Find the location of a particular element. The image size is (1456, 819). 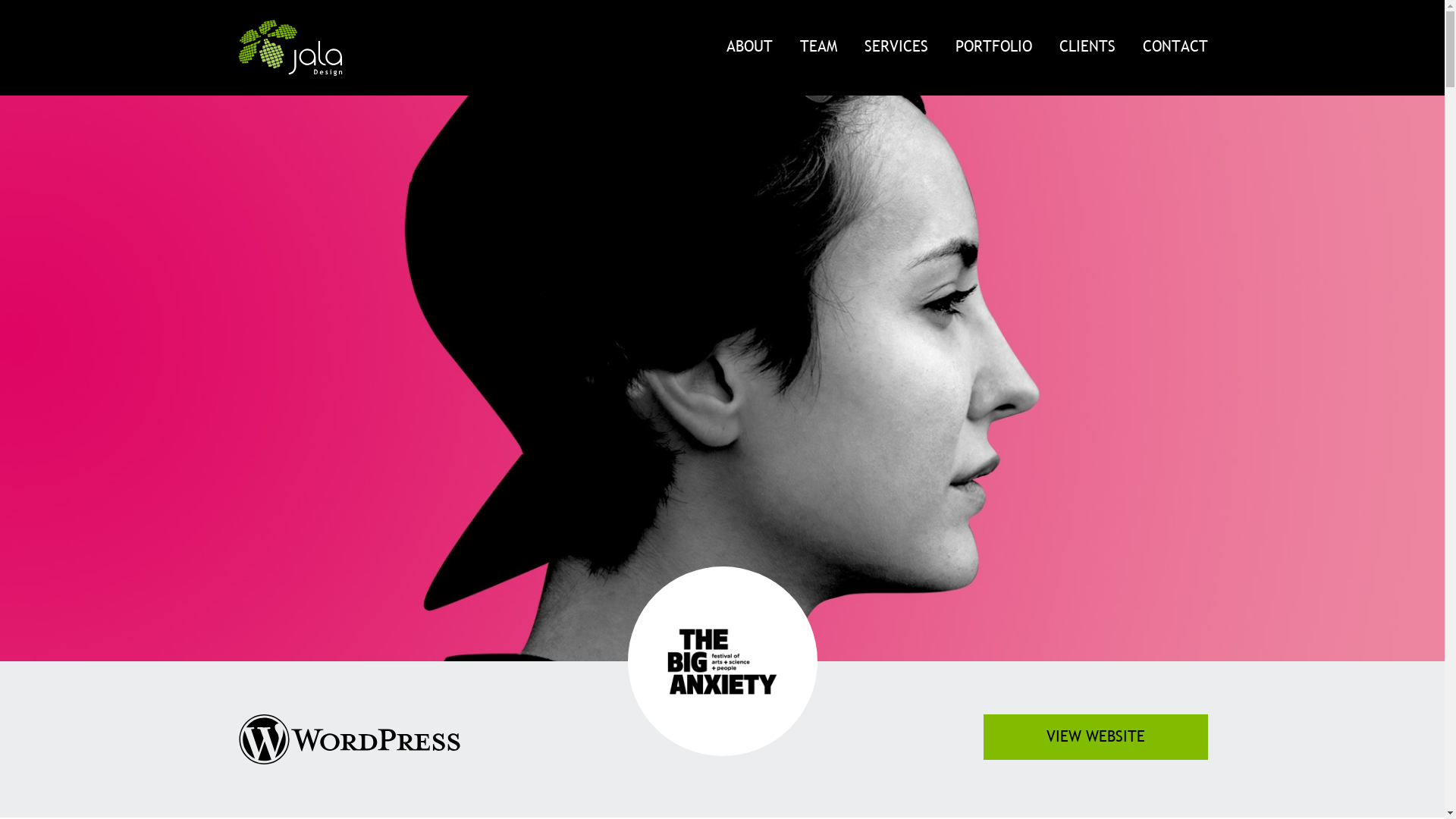

'TEAM' is located at coordinates (786, 45).